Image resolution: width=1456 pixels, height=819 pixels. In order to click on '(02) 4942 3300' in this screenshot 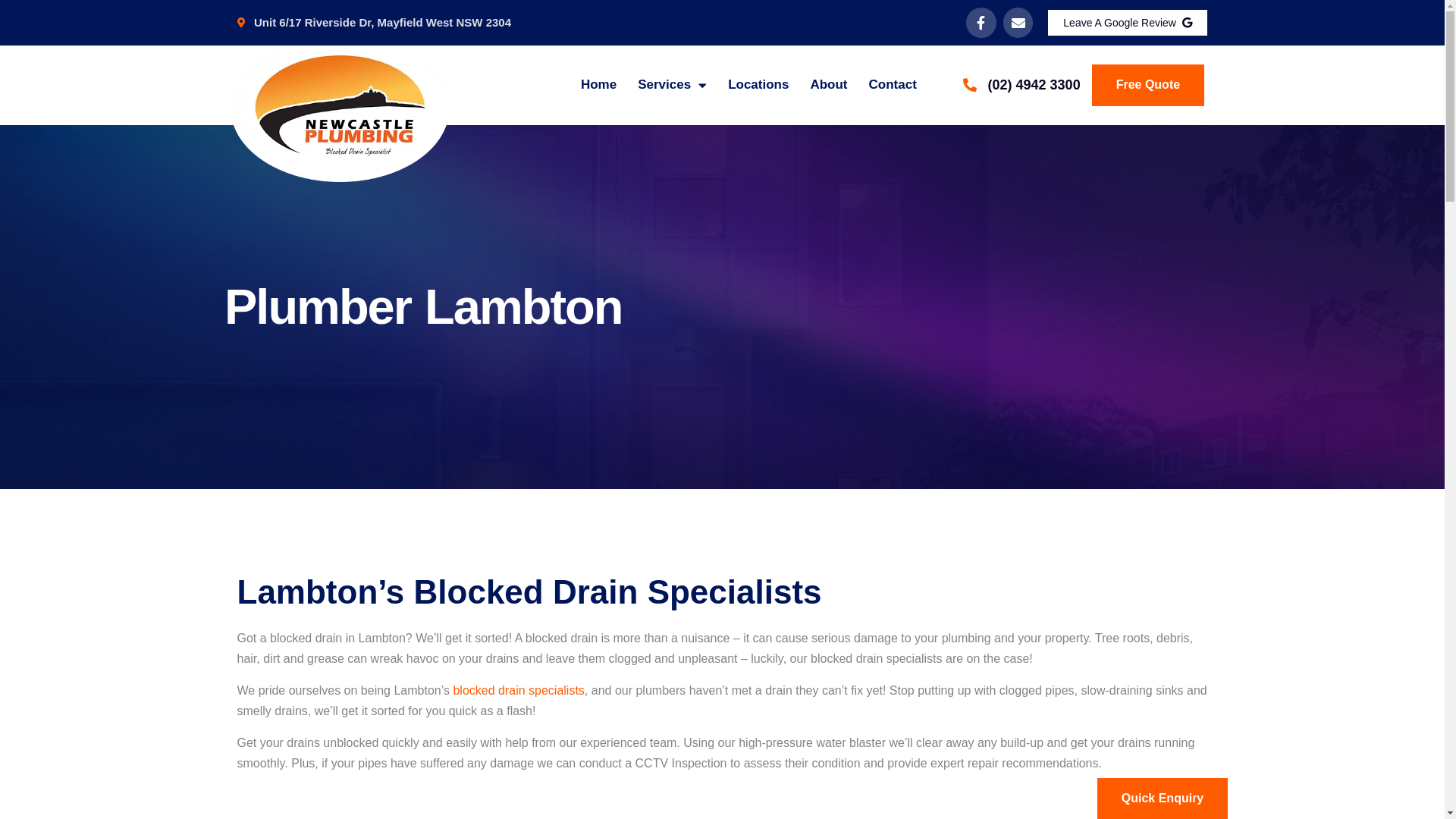, I will do `click(1021, 85)`.